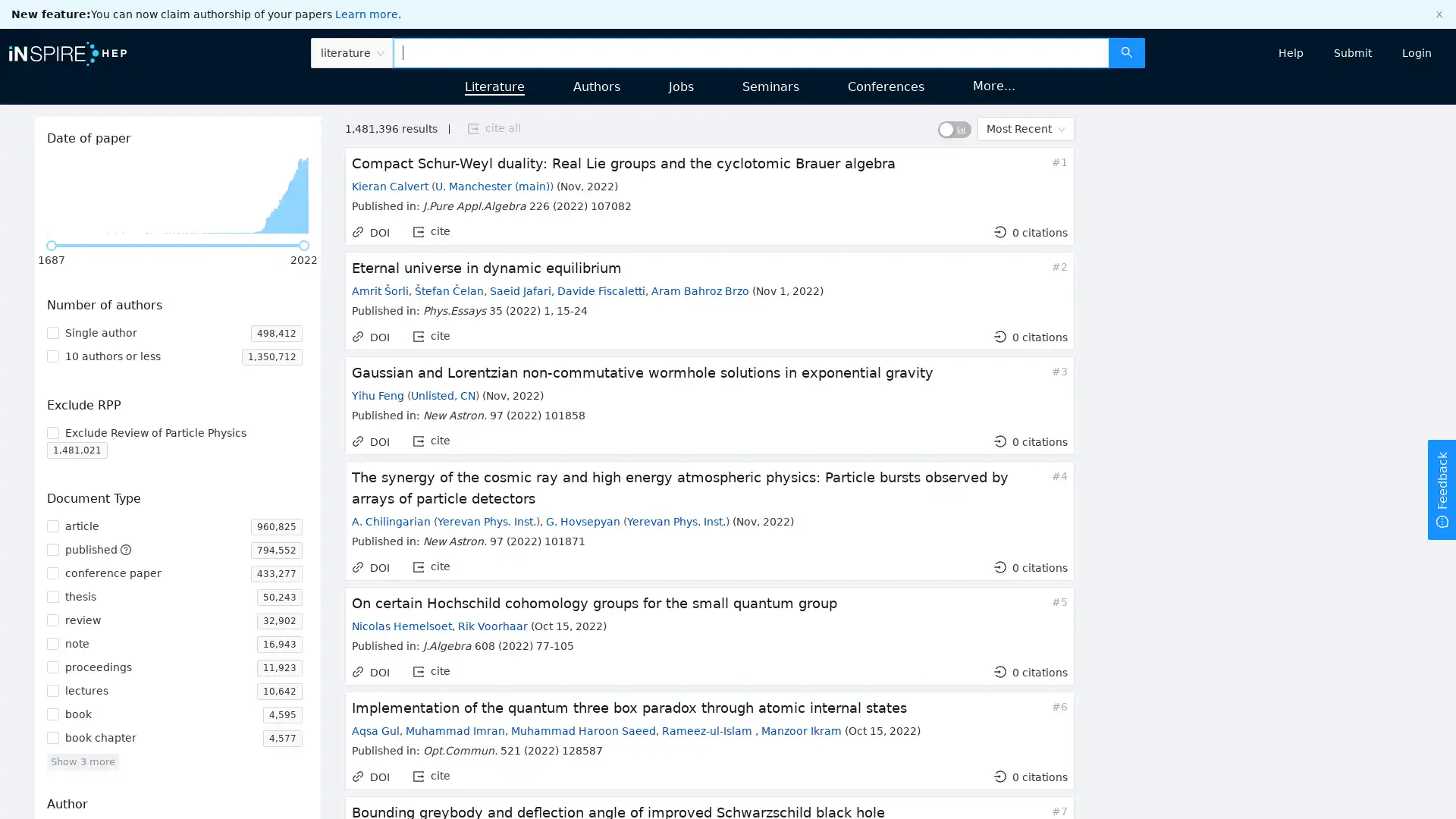 Image resolution: width=1456 pixels, height=819 pixels. Describe the element at coordinates (429, 335) in the screenshot. I see `export cite` at that location.